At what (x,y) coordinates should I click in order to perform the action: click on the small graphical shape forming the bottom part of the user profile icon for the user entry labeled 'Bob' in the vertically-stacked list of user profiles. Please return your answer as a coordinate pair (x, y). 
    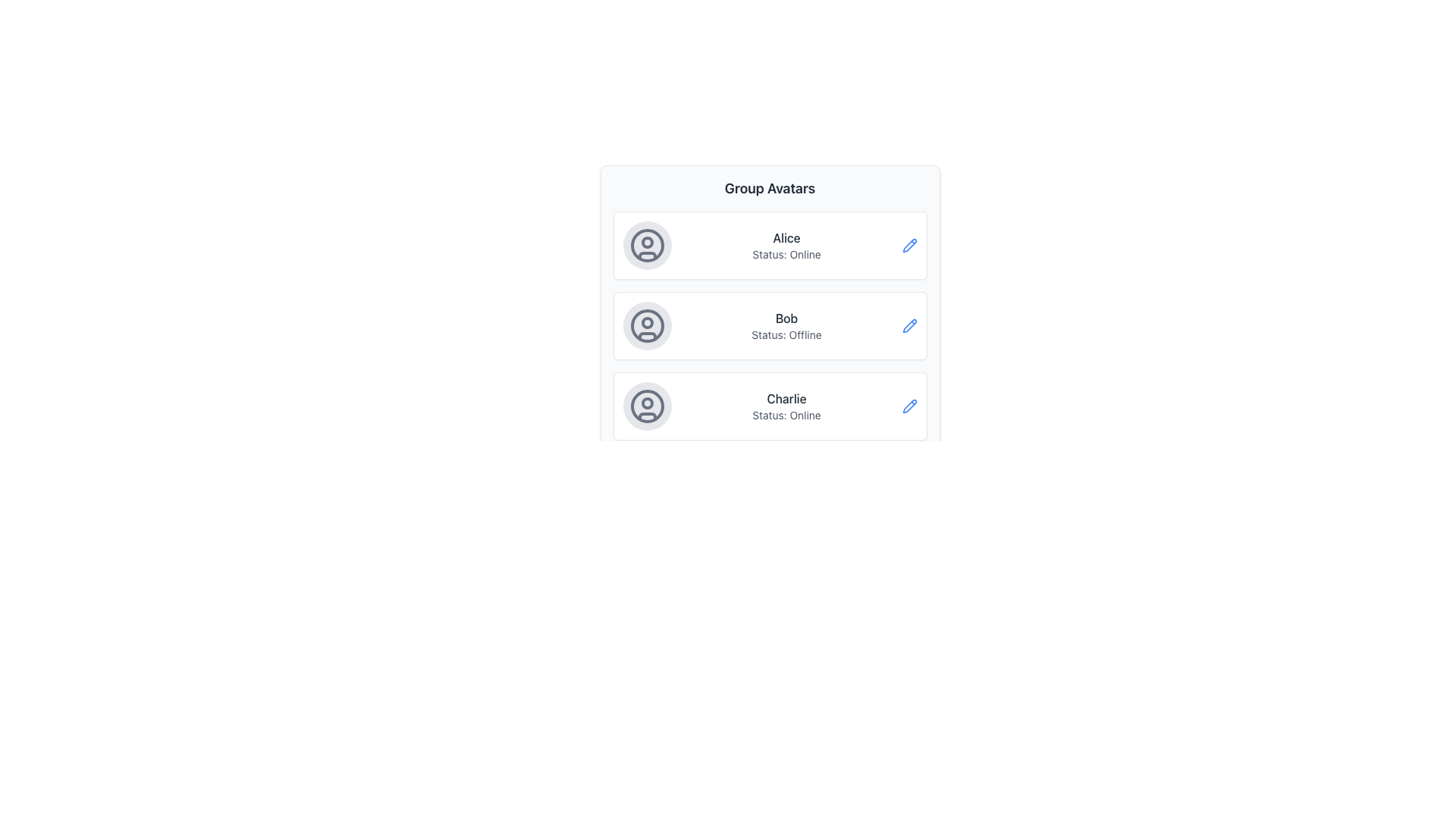
    Looking at the image, I should click on (647, 335).